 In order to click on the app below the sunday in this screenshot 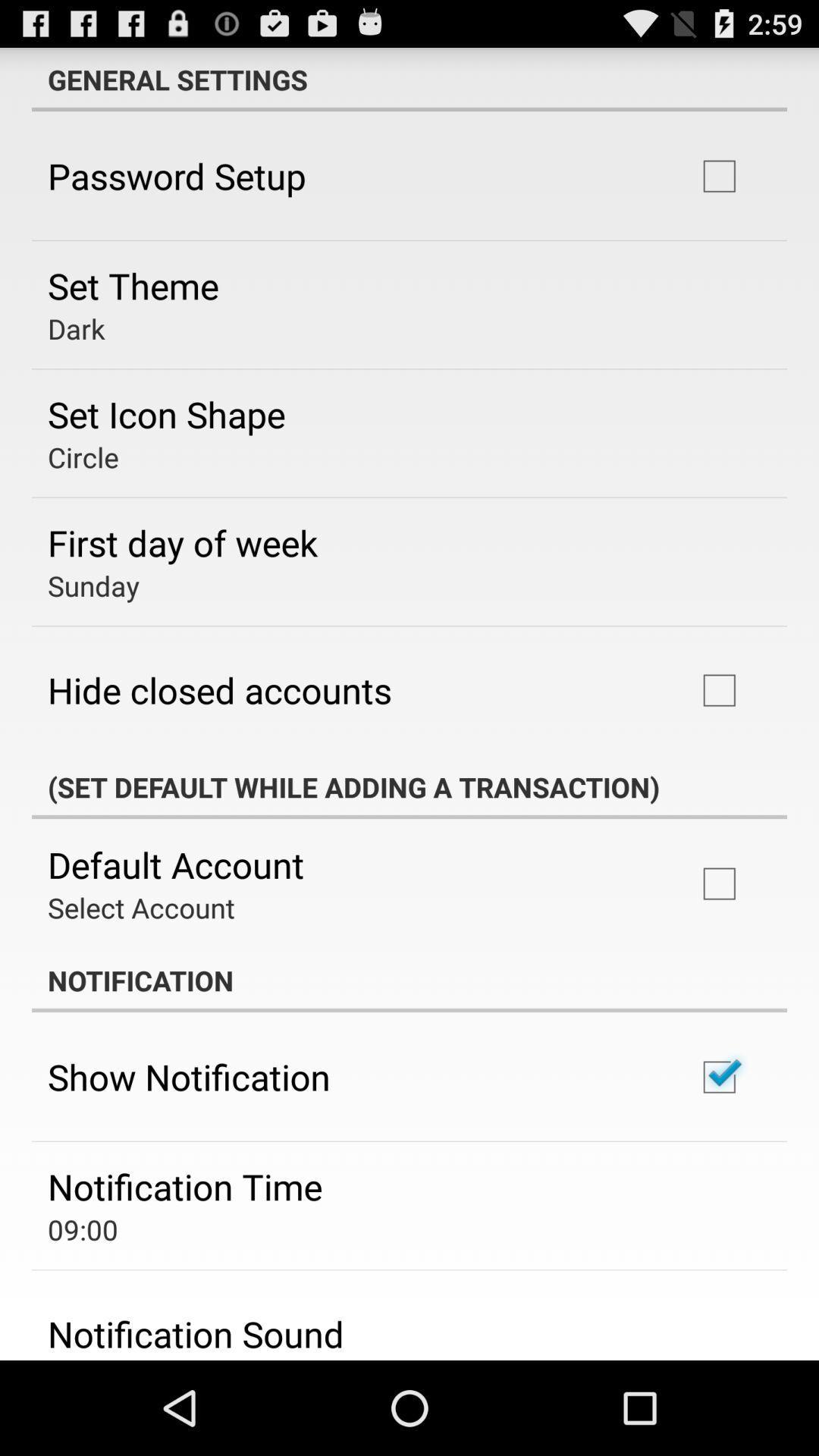, I will do `click(219, 689)`.